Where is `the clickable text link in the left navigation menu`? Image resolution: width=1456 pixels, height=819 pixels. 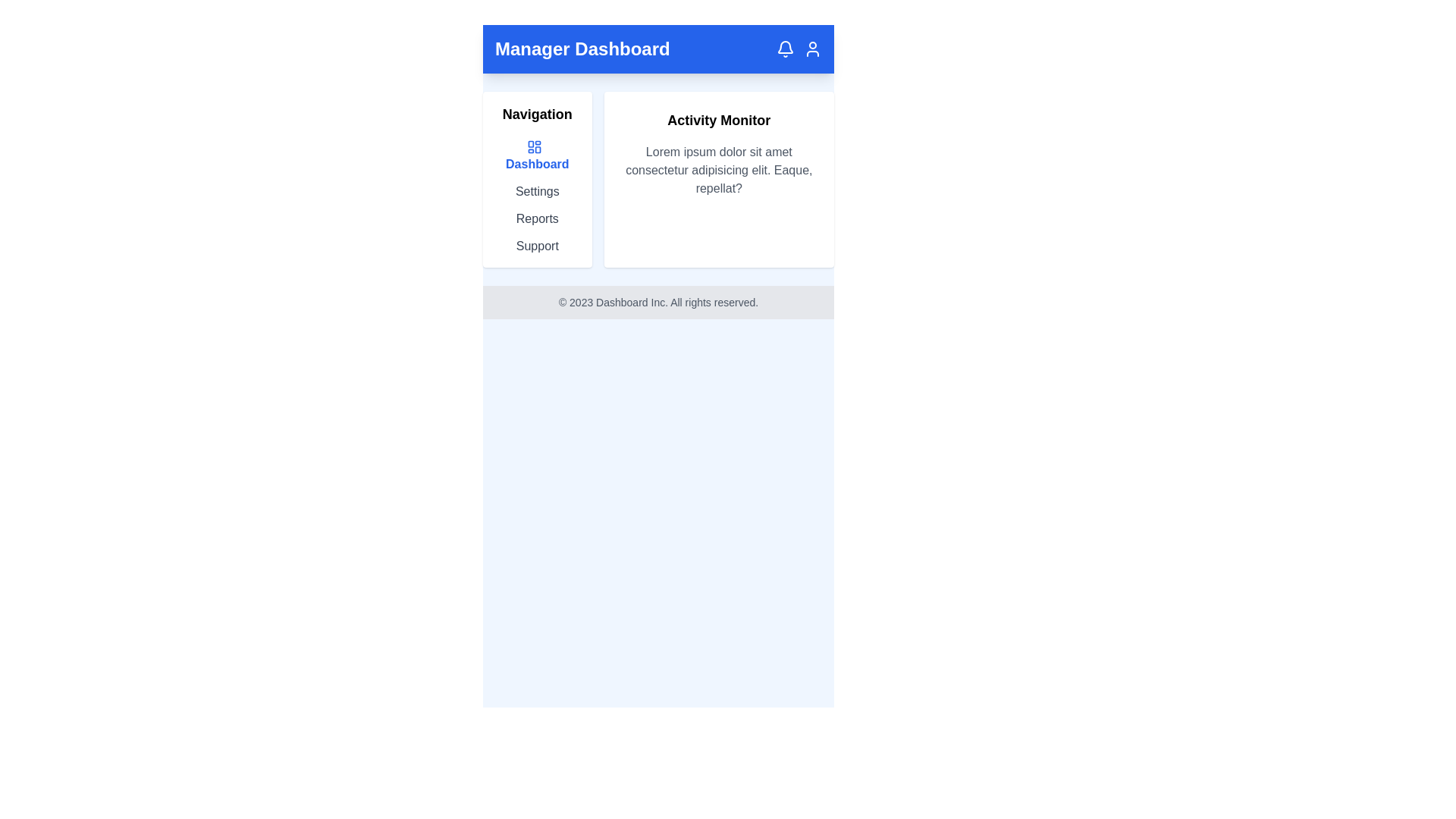 the clickable text link in the left navigation menu is located at coordinates (537, 191).